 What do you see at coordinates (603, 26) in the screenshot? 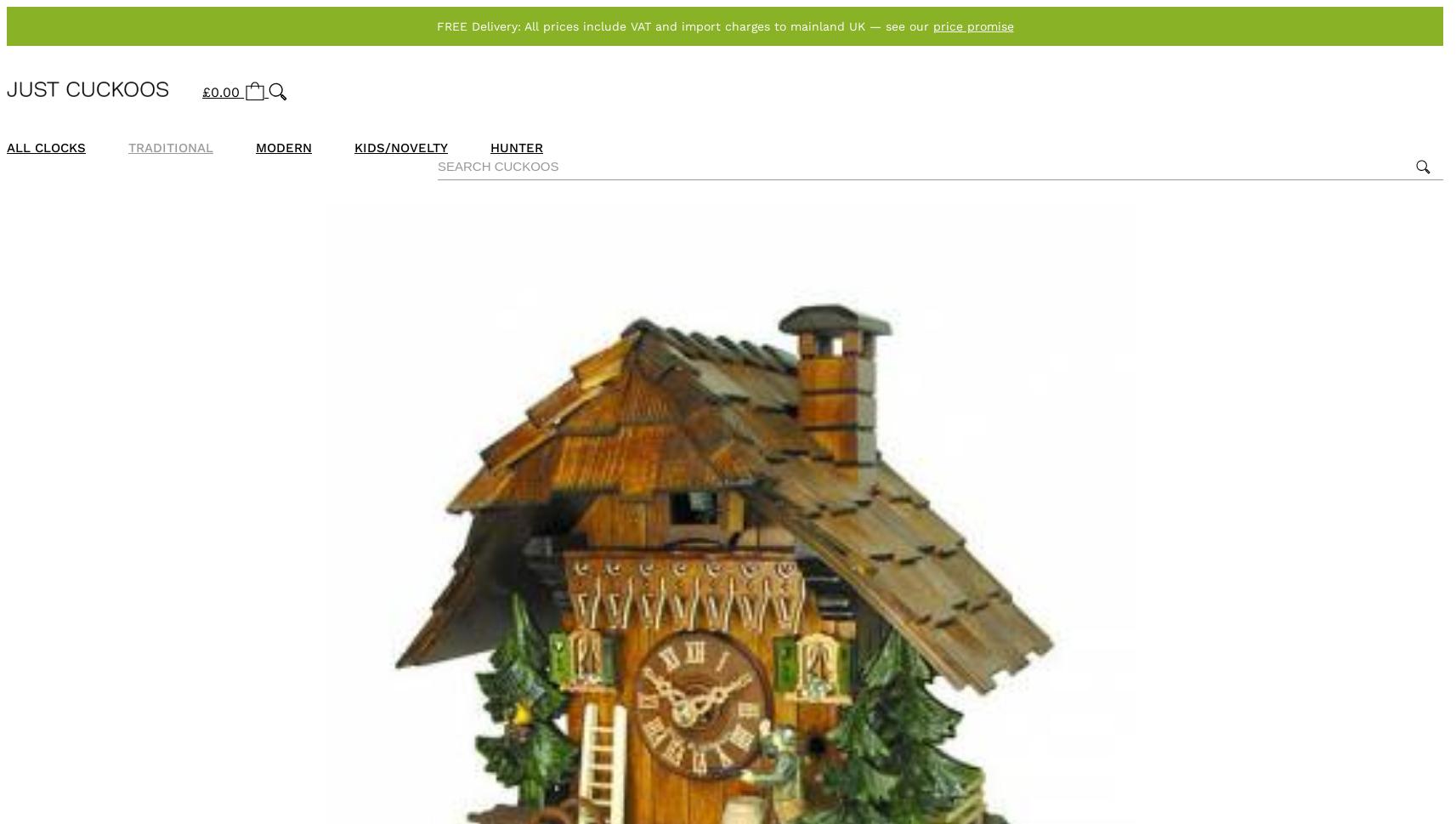
I see `'FREE Delivery: All prices include VAT and import charges'` at bounding box center [603, 26].